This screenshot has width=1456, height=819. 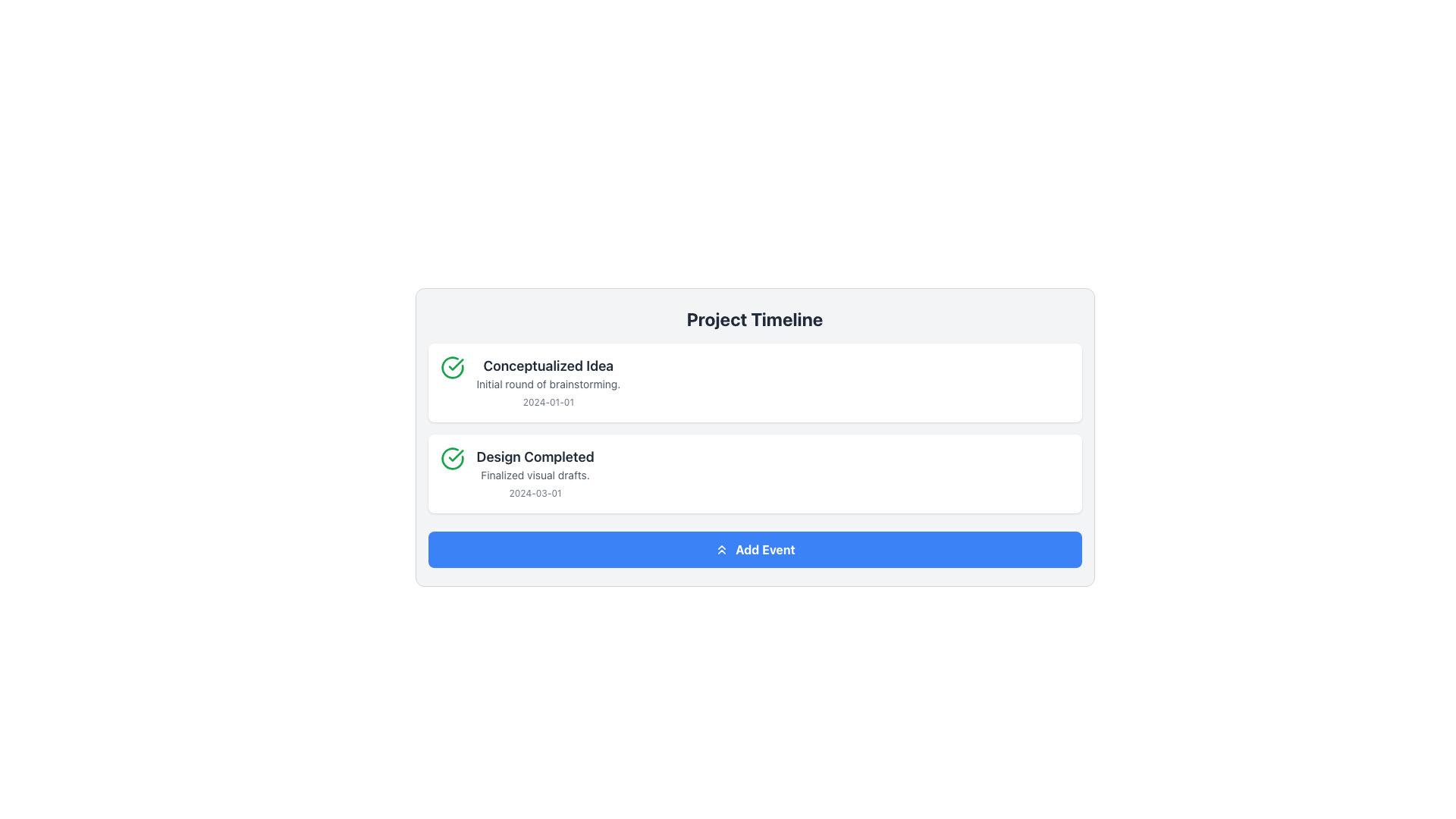 I want to click on the button to add a new event to the timeline, located below the 'Design Completed' entry in the 'Project Timeline' section, so click(x=755, y=550).